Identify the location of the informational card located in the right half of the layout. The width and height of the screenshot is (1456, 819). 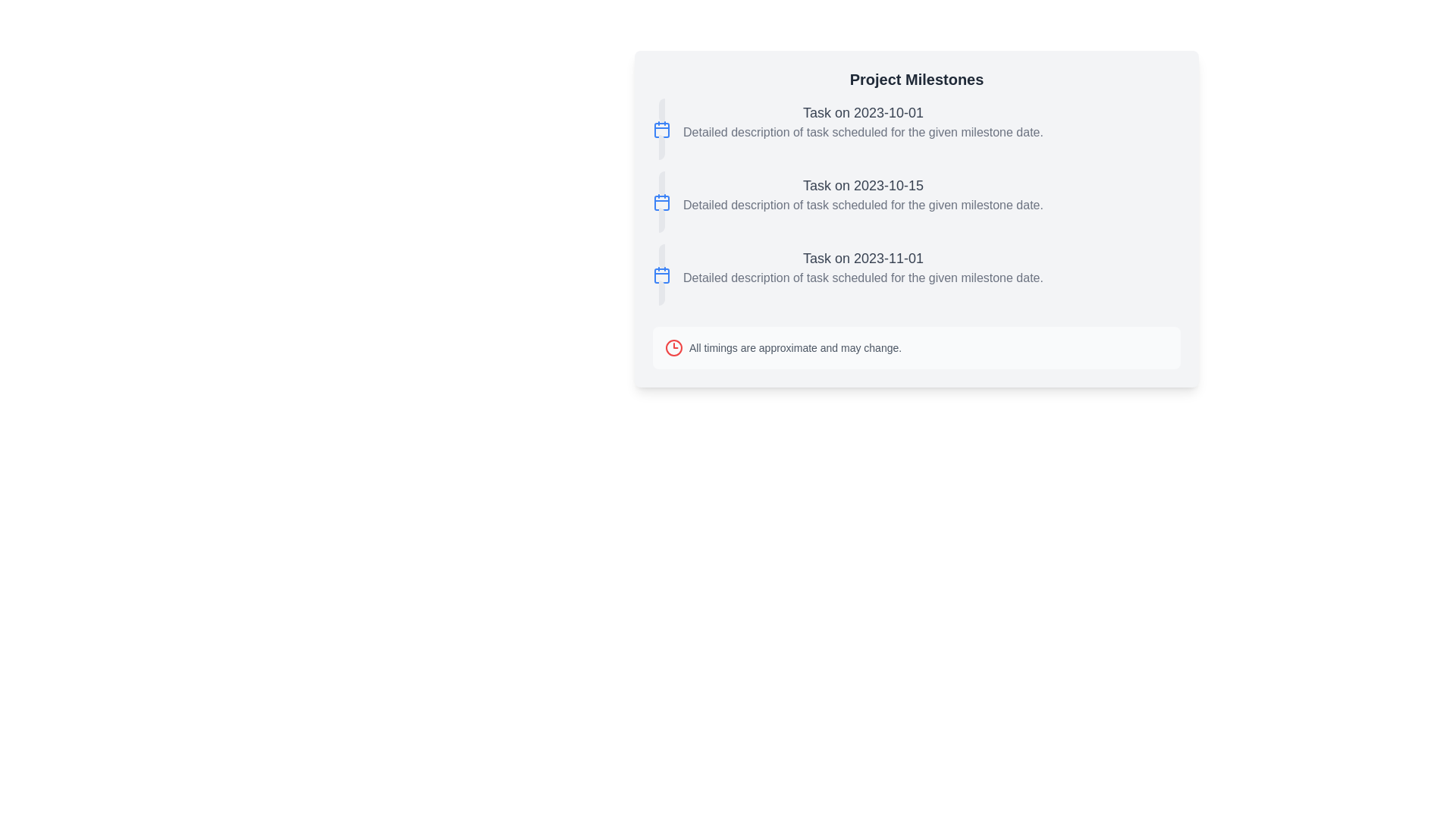
(916, 237).